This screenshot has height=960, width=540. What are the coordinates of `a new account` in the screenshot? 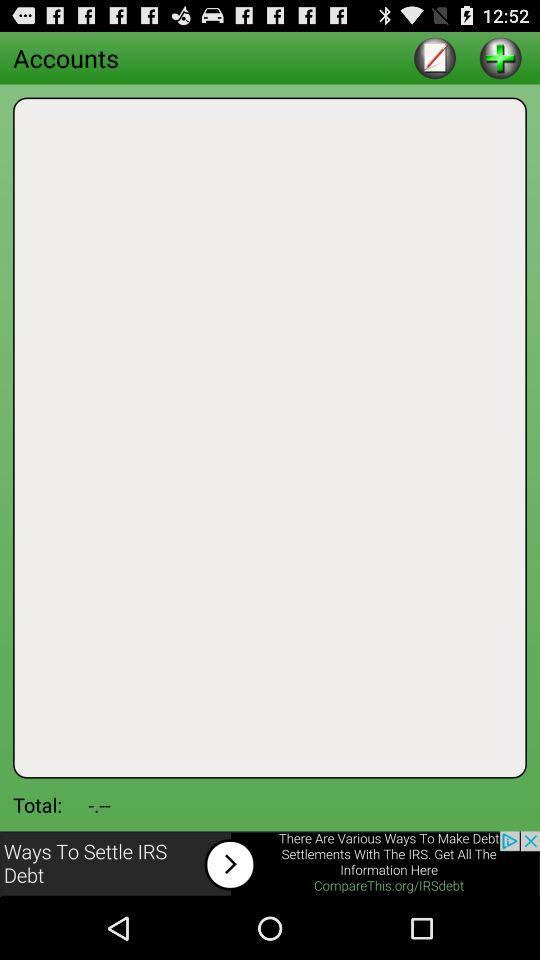 It's located at (499, 56).